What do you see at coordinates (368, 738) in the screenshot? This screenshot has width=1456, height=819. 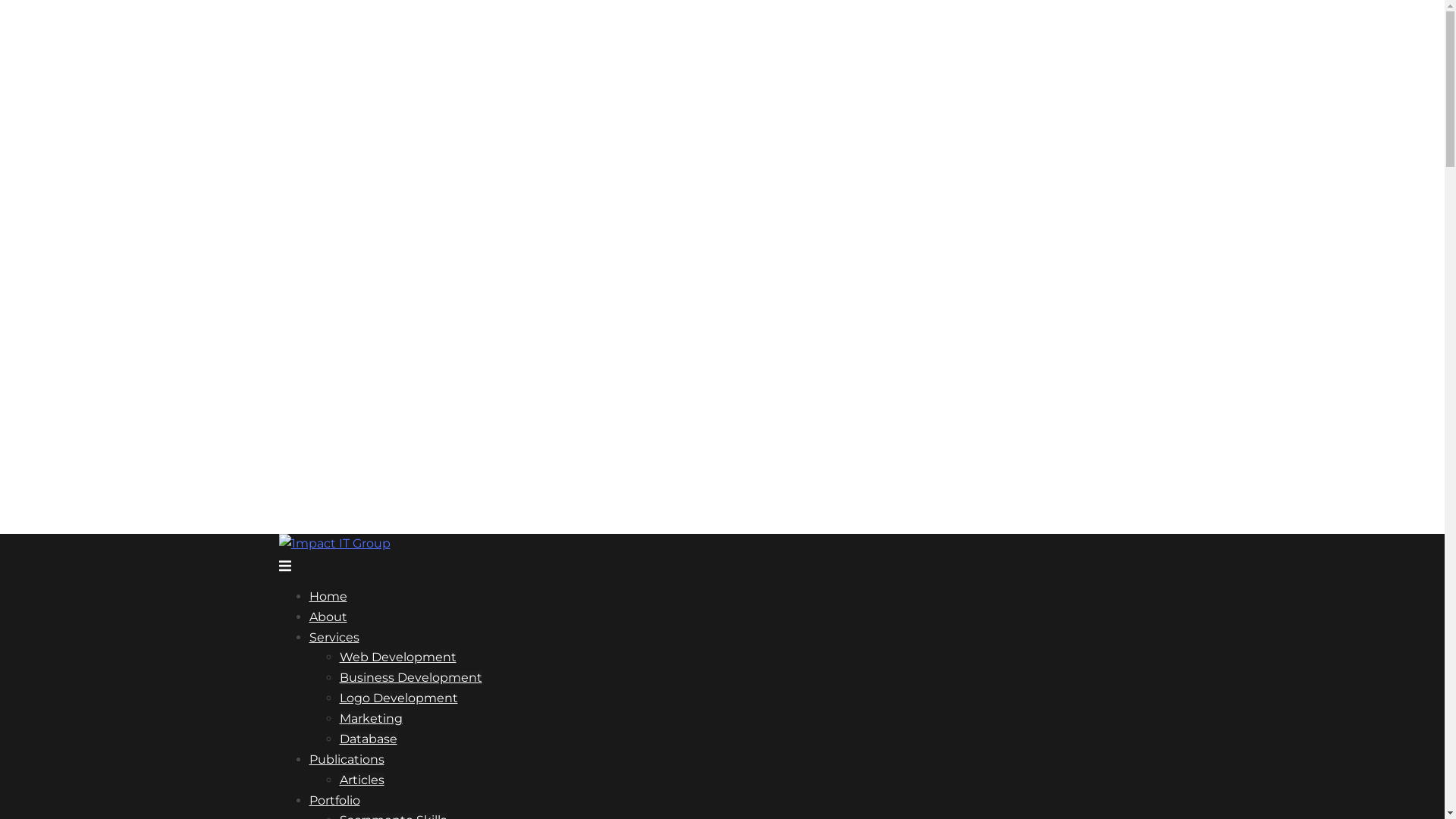 I see `'Database'` at bounding box center [368, 738].